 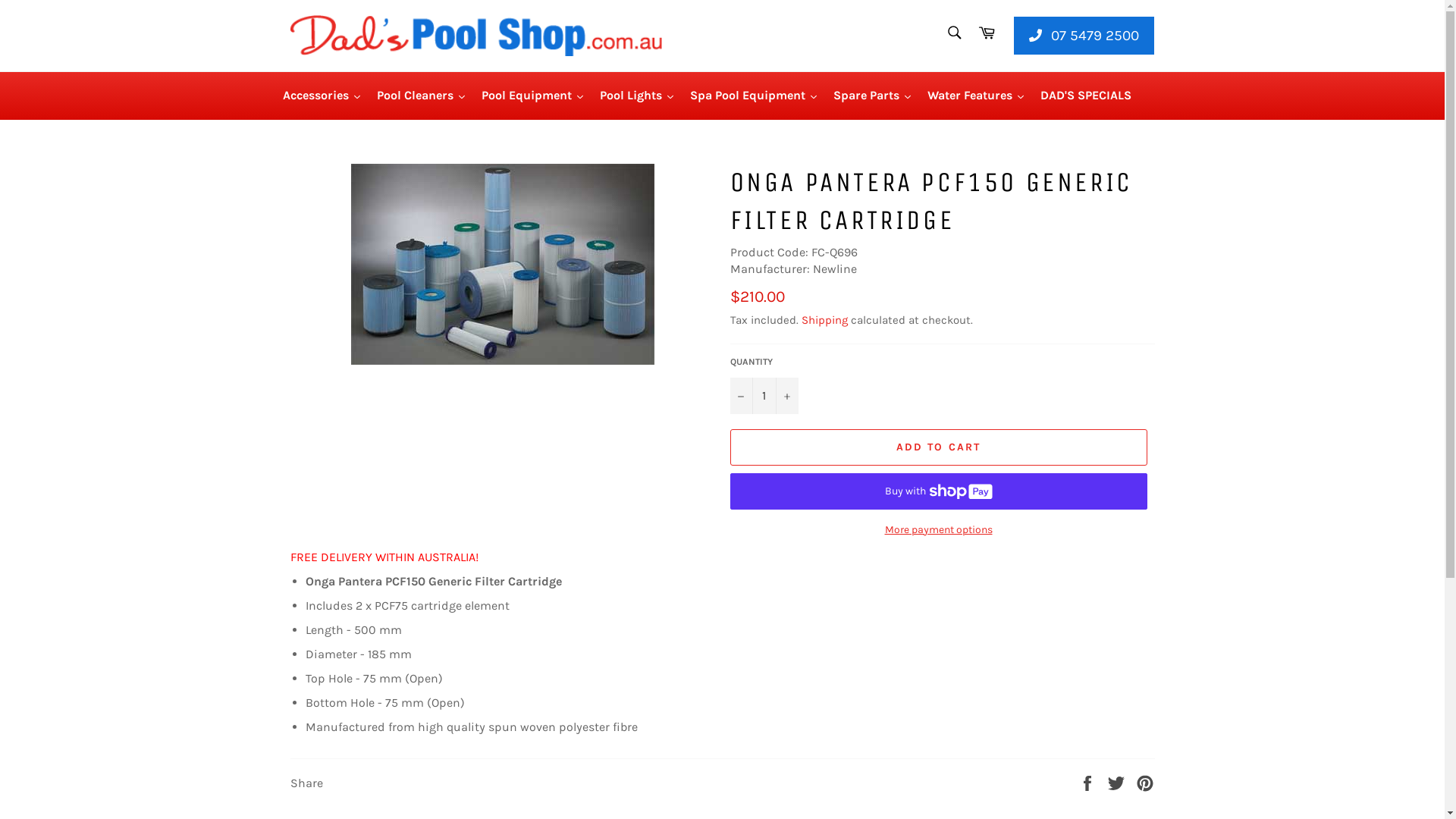 I want to click on 'Pool Cleaners', so click(x=368, y=96).